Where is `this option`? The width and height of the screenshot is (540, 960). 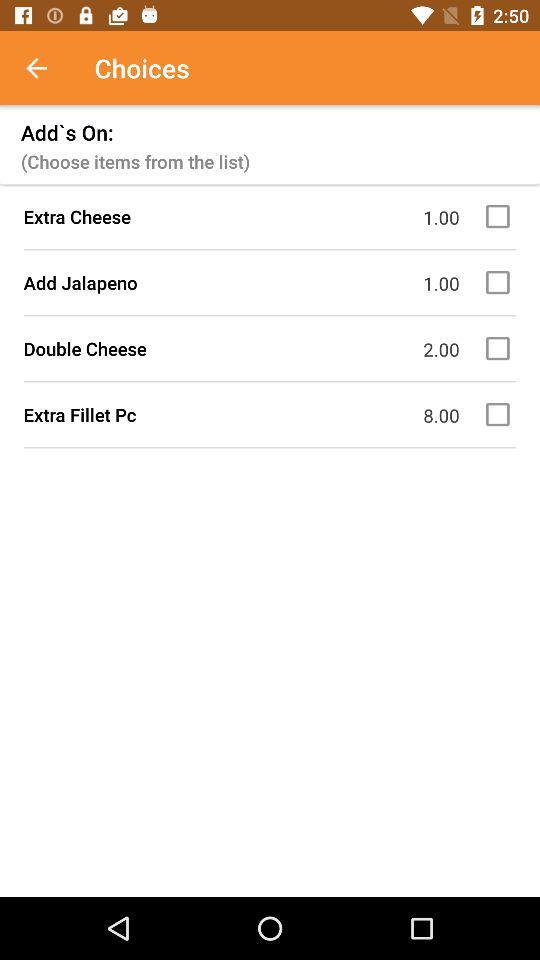 this option is located at coordinates (500, 413).